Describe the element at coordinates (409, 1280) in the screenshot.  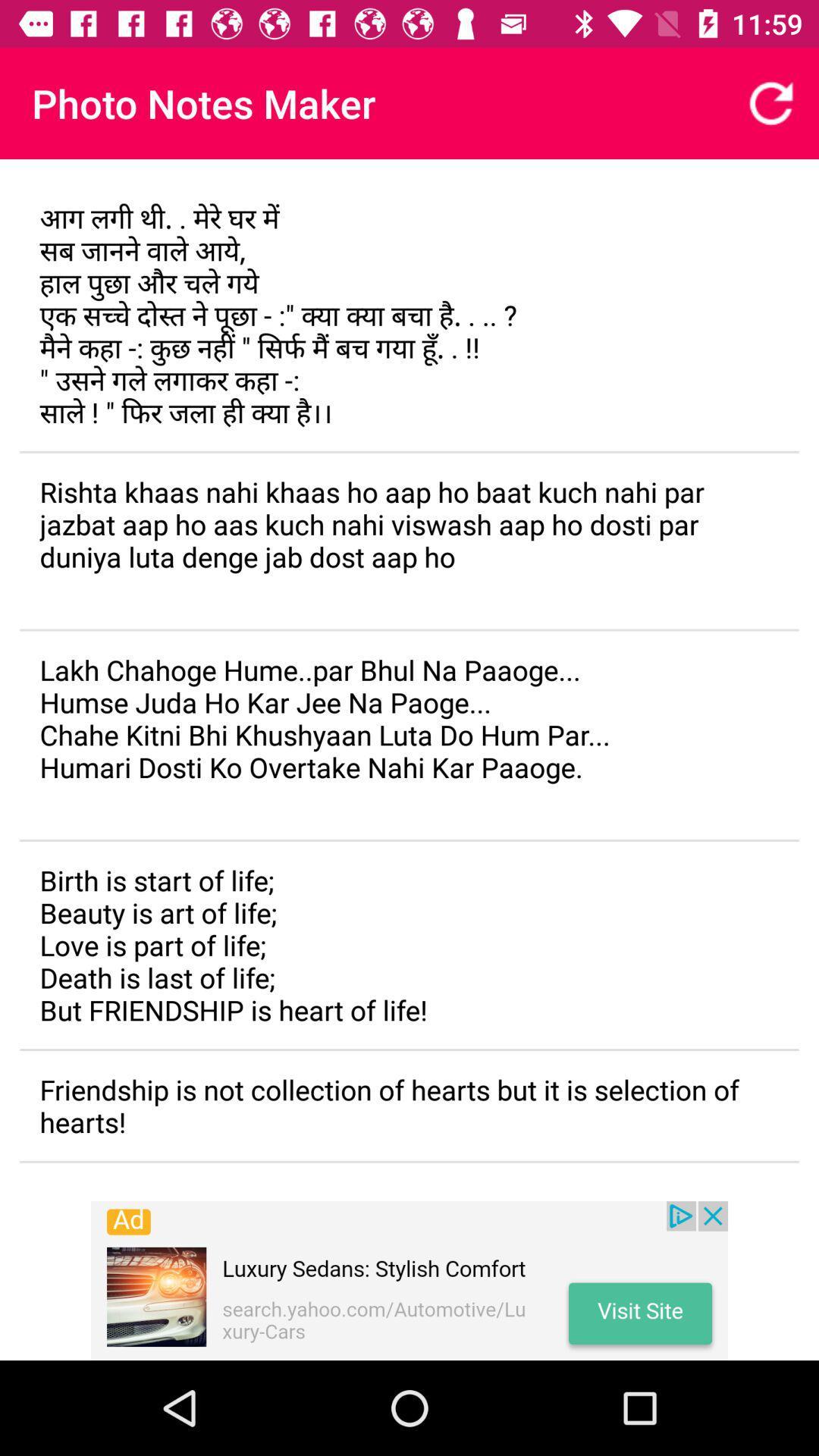
I see `advertisement` at that location.